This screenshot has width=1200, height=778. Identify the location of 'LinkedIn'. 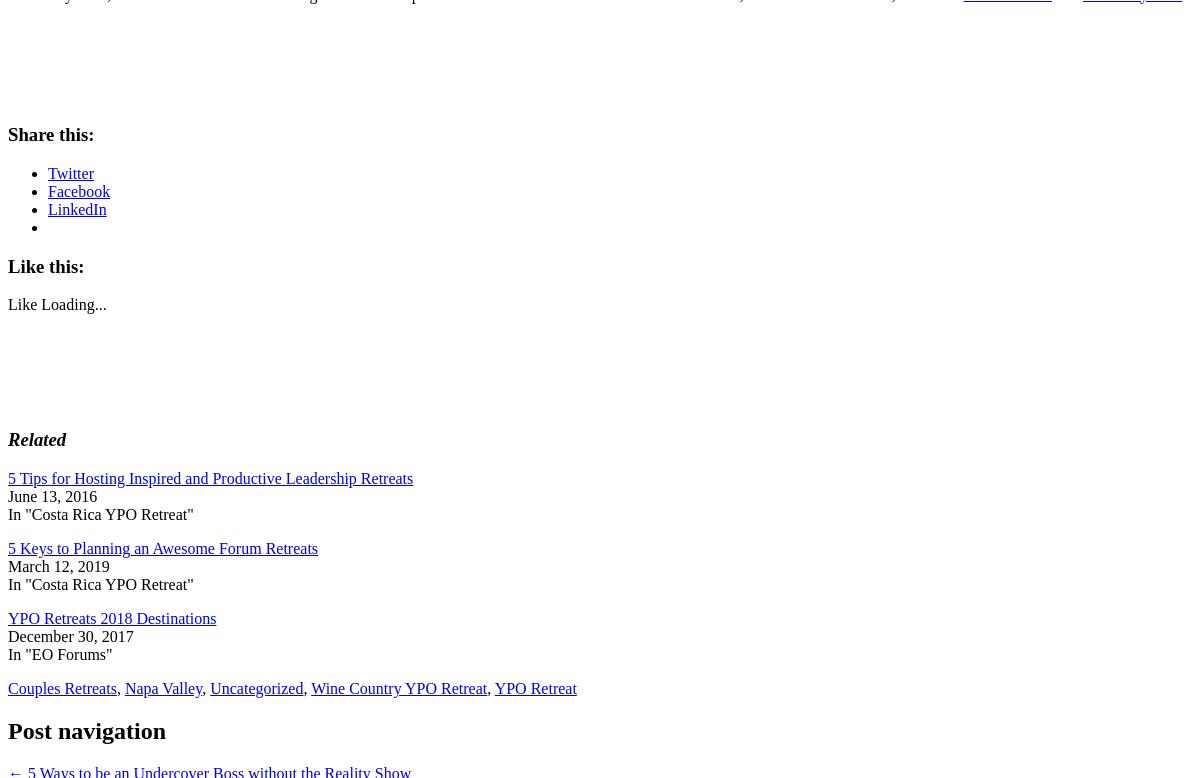
(77, 208).